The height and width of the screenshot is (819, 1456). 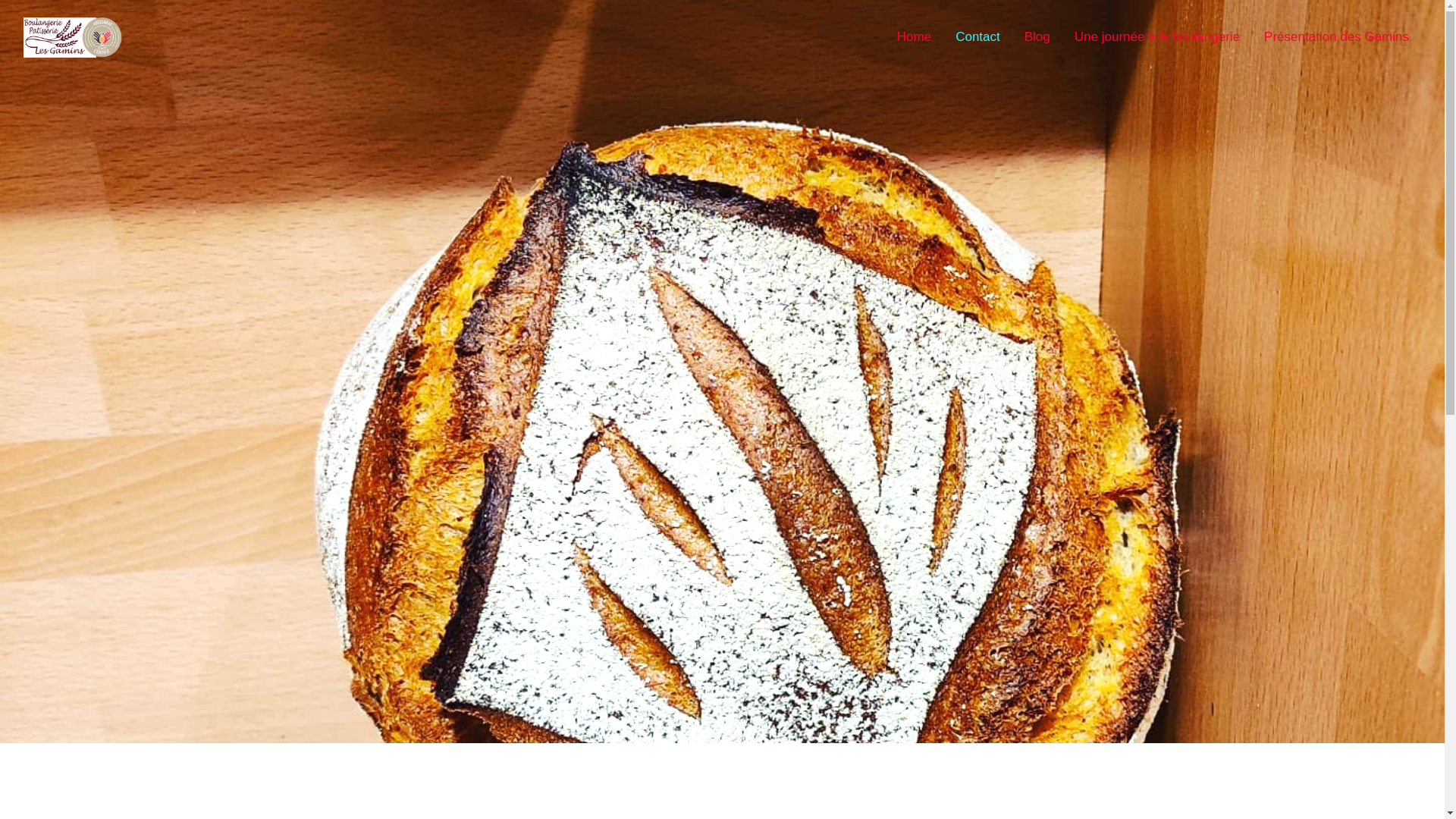 I want to click on 'Home', so click(x=913, y=36).